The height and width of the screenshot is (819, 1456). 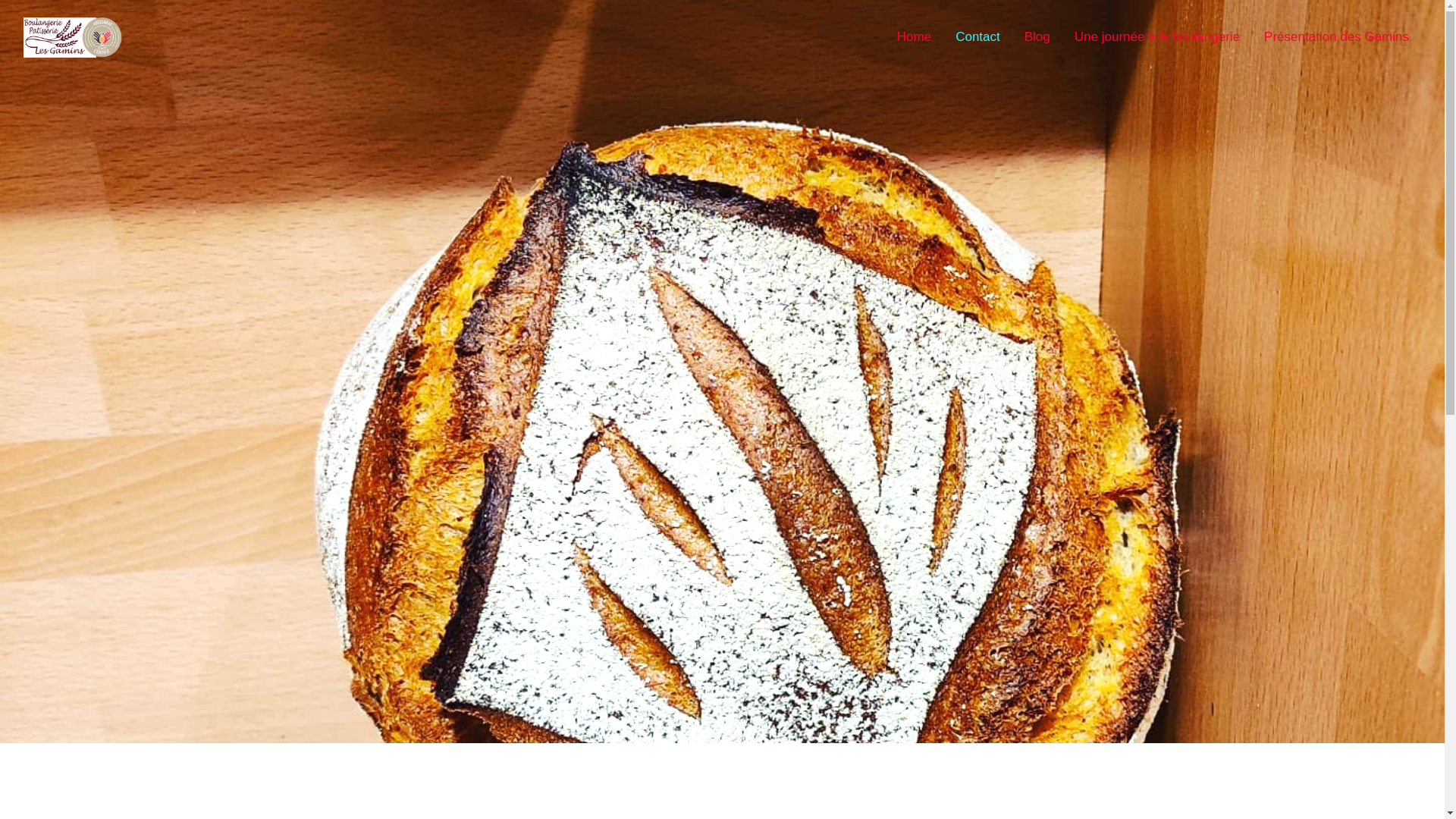 I want to click on 'Home', so click(x=913, y=36).